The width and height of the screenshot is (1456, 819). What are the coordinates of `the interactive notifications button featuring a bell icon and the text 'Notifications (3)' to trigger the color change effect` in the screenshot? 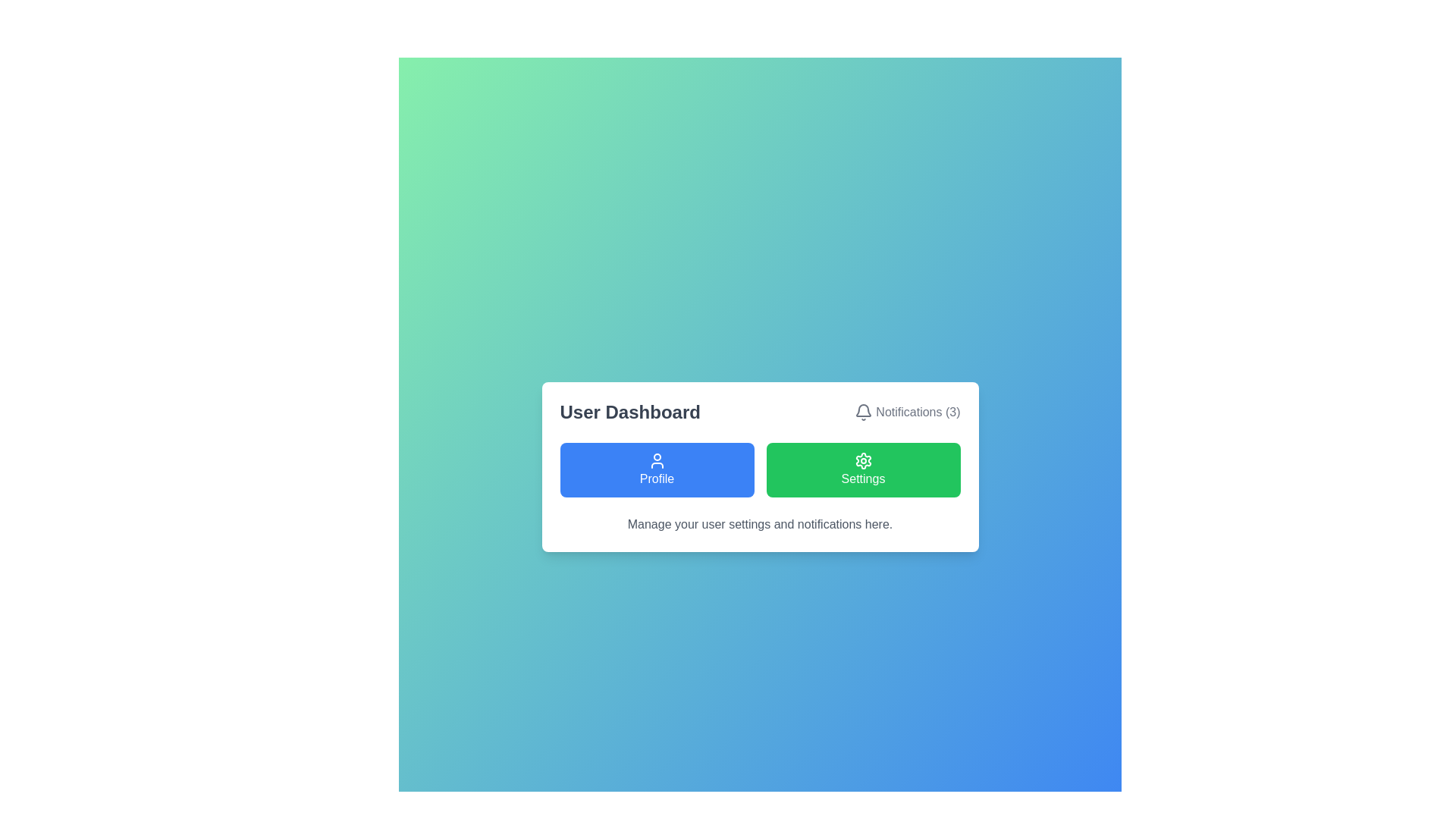 It's located at (907, 412).